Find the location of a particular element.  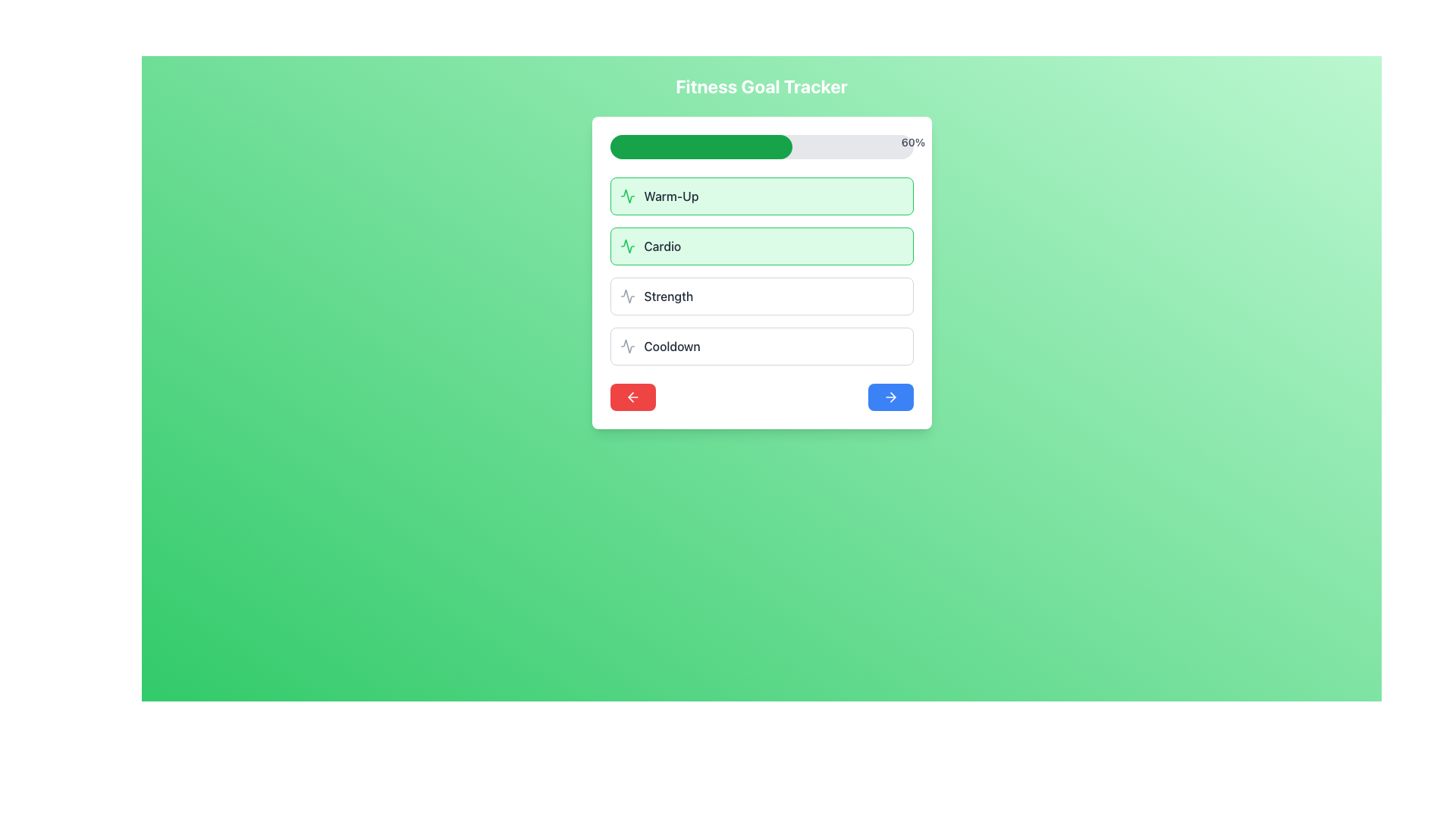

the SVG graphic icon representing the list entry labeled 'Strength', which is the third item in a vertical list of exercise types is located at coordinates (627, 296).